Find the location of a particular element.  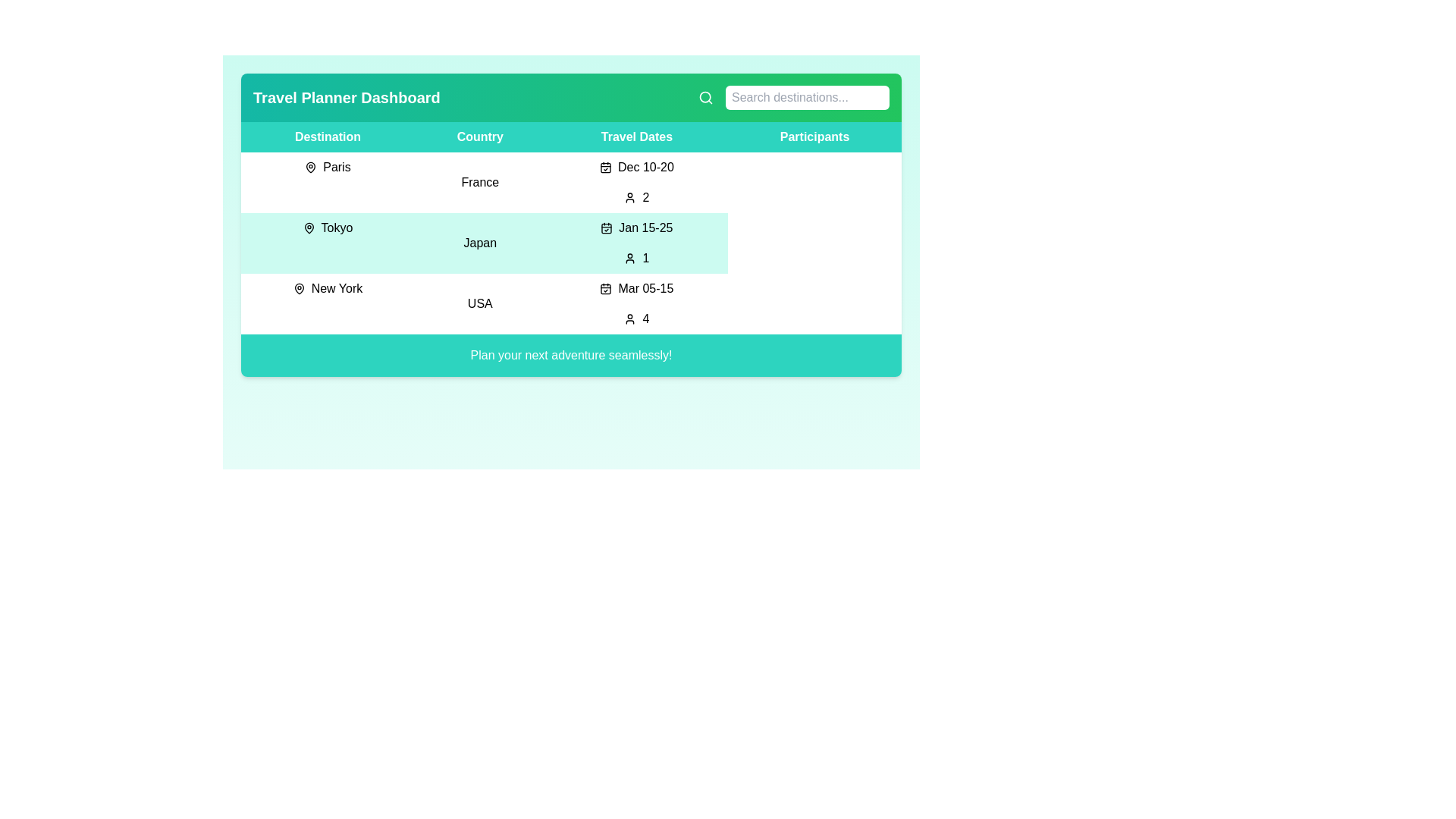

text is located at coordinates (792, 97).